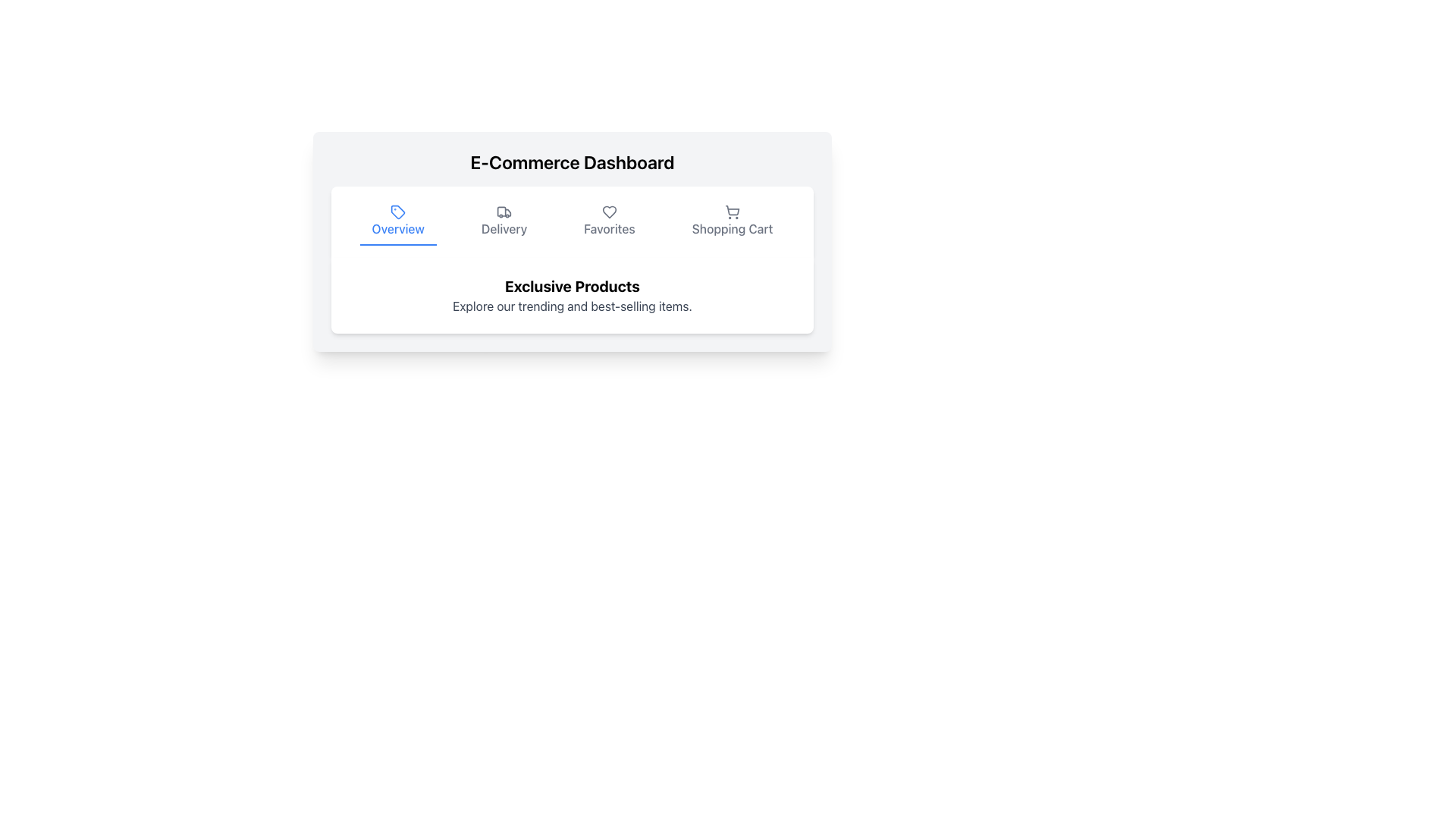  I want to click on the outlined tag-shaped icon in the navigation section, which has a light blue border and is positioned above the 'Overview' label, so click(397, 211).